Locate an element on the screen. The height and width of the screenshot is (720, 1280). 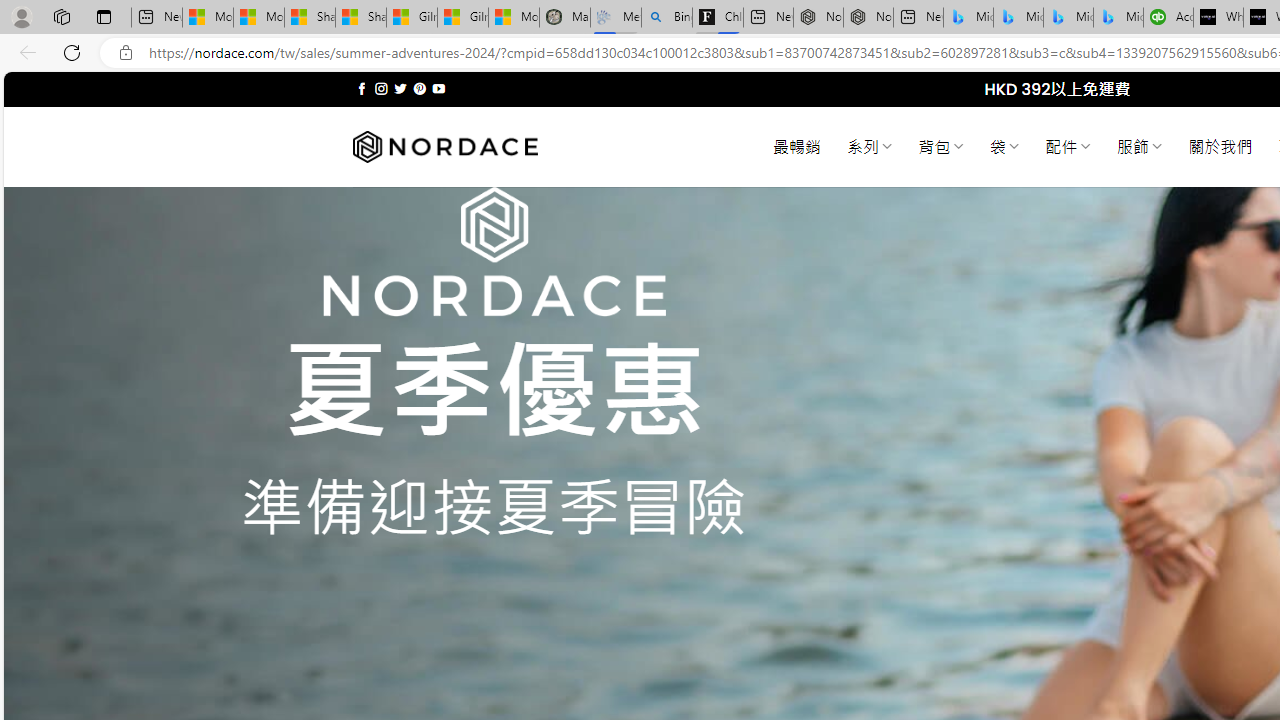
'Personal Profile' is located at coordinates (21, 16).